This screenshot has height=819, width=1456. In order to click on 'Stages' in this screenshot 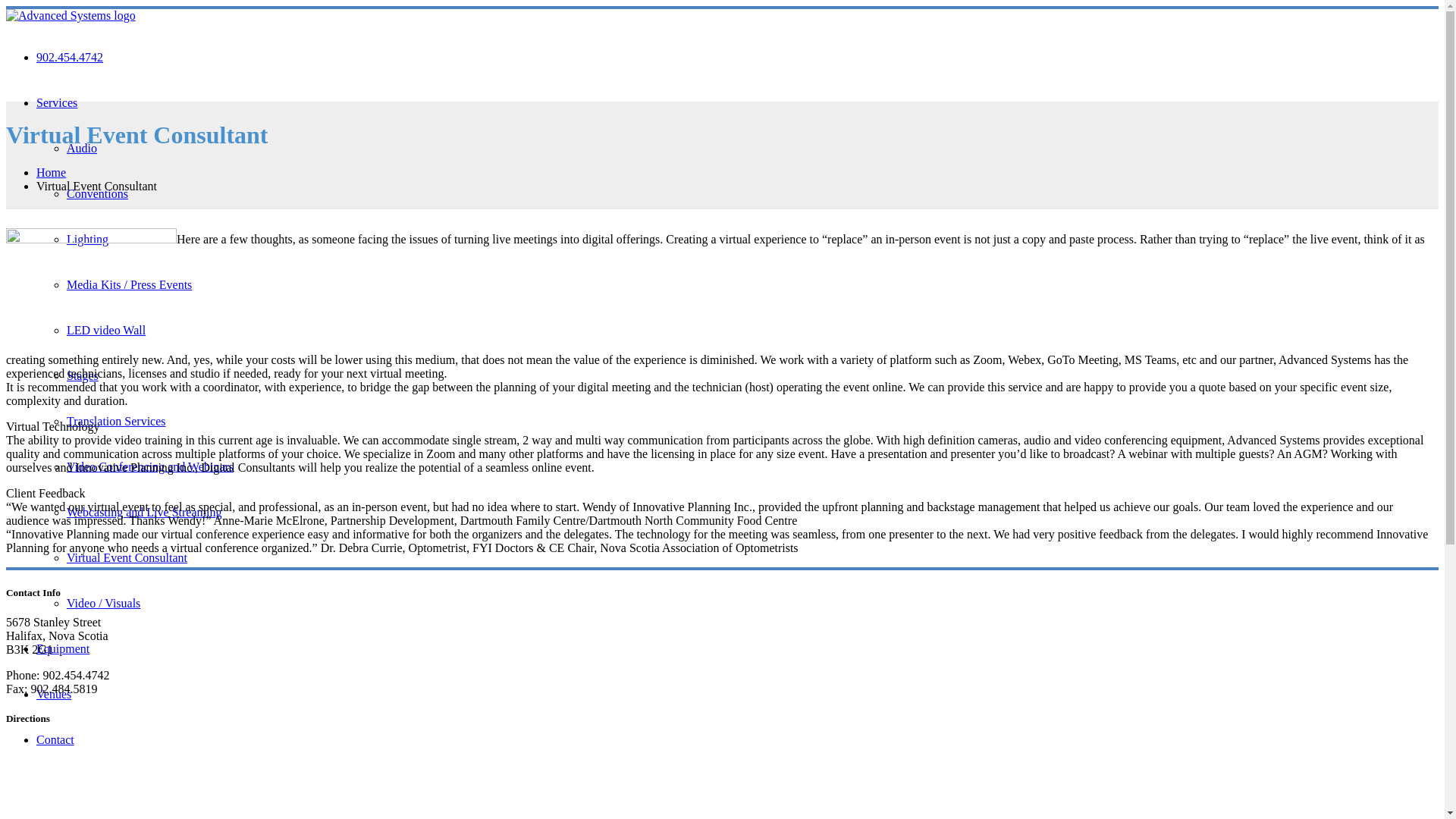, I will do `click(82, 375)`.